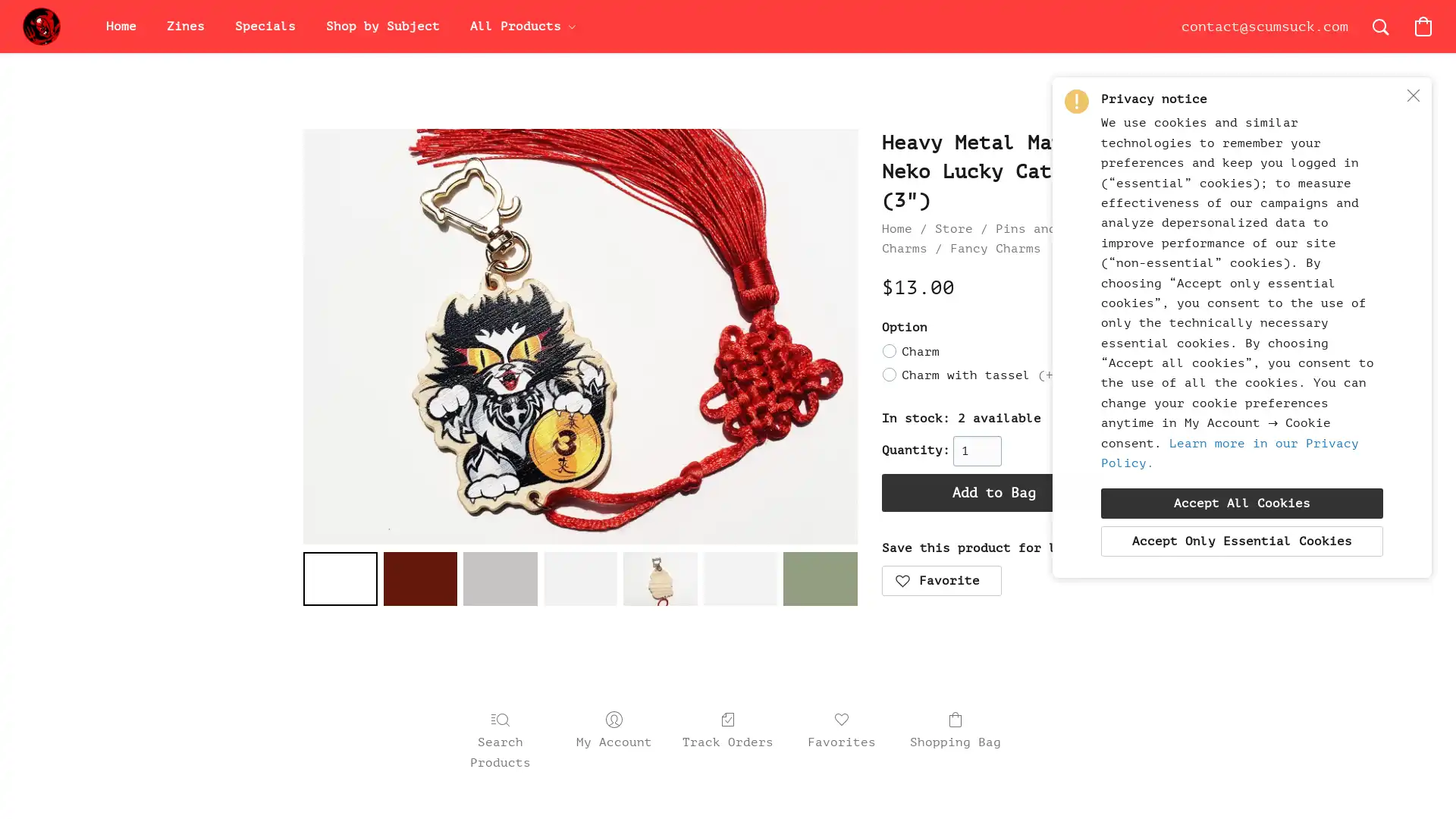 The width and height of the screenshot is (1456, 819). Describe the element at coordinates (1241, 503) in the screenshot. I see `Accept All Cookies` at that location.